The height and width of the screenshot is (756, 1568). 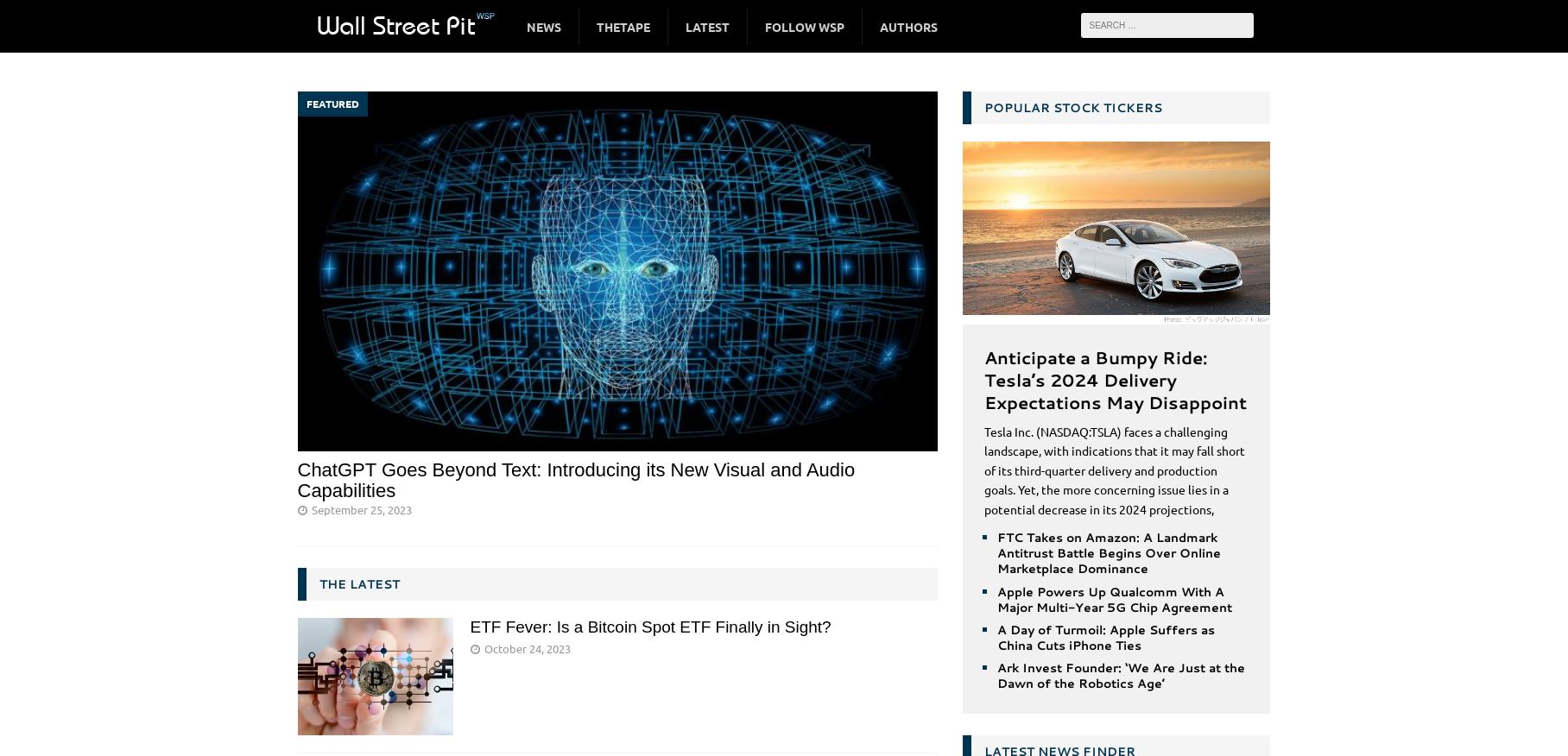 I want to click on 'Tesla Inc. (NASDAQ:TSLA) faces a challenging landscape, with indications that it may fall short of its third-quarter delivery and production goals. Yet, the more concerning issue lies in a potential decrease in its 2024 projections,', so click(x=982, y=469).